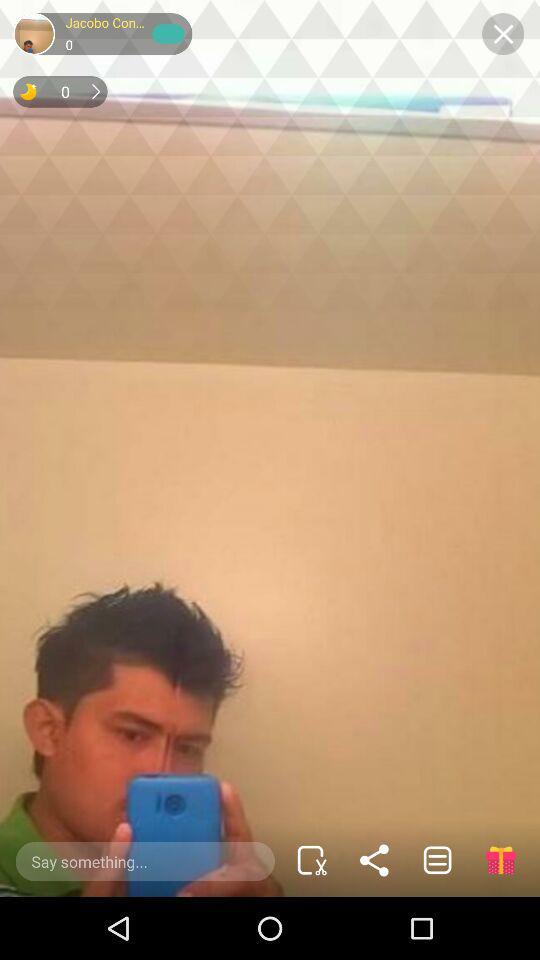 The width and height of the screenshot is (540, 960). Describe the element at coordinates (499, 859) in the screenshot. I see `the gift icon` at that location.